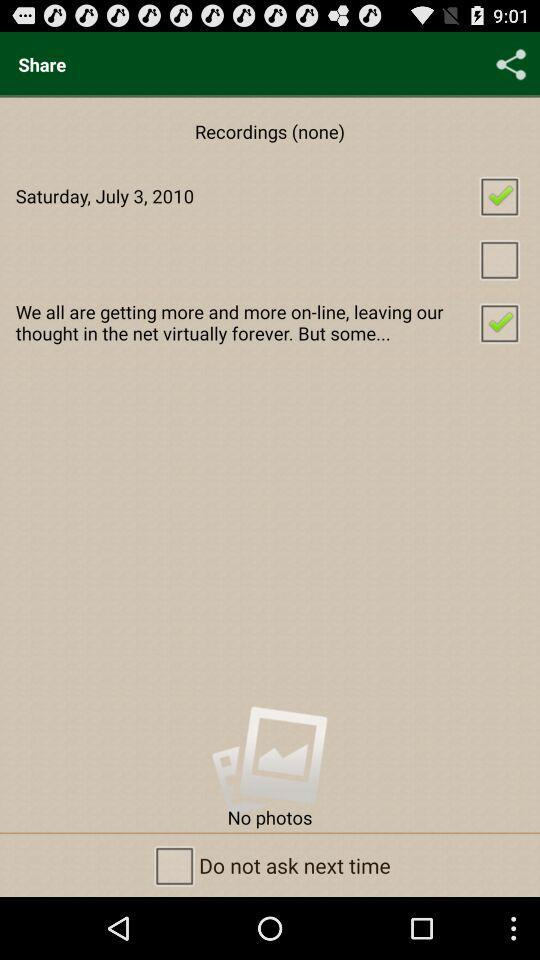 This screenshot has width=540, height=960. Describe the element at coordinates (270, 322) in the screenshot. I see `the we all are checkbox` at that location.